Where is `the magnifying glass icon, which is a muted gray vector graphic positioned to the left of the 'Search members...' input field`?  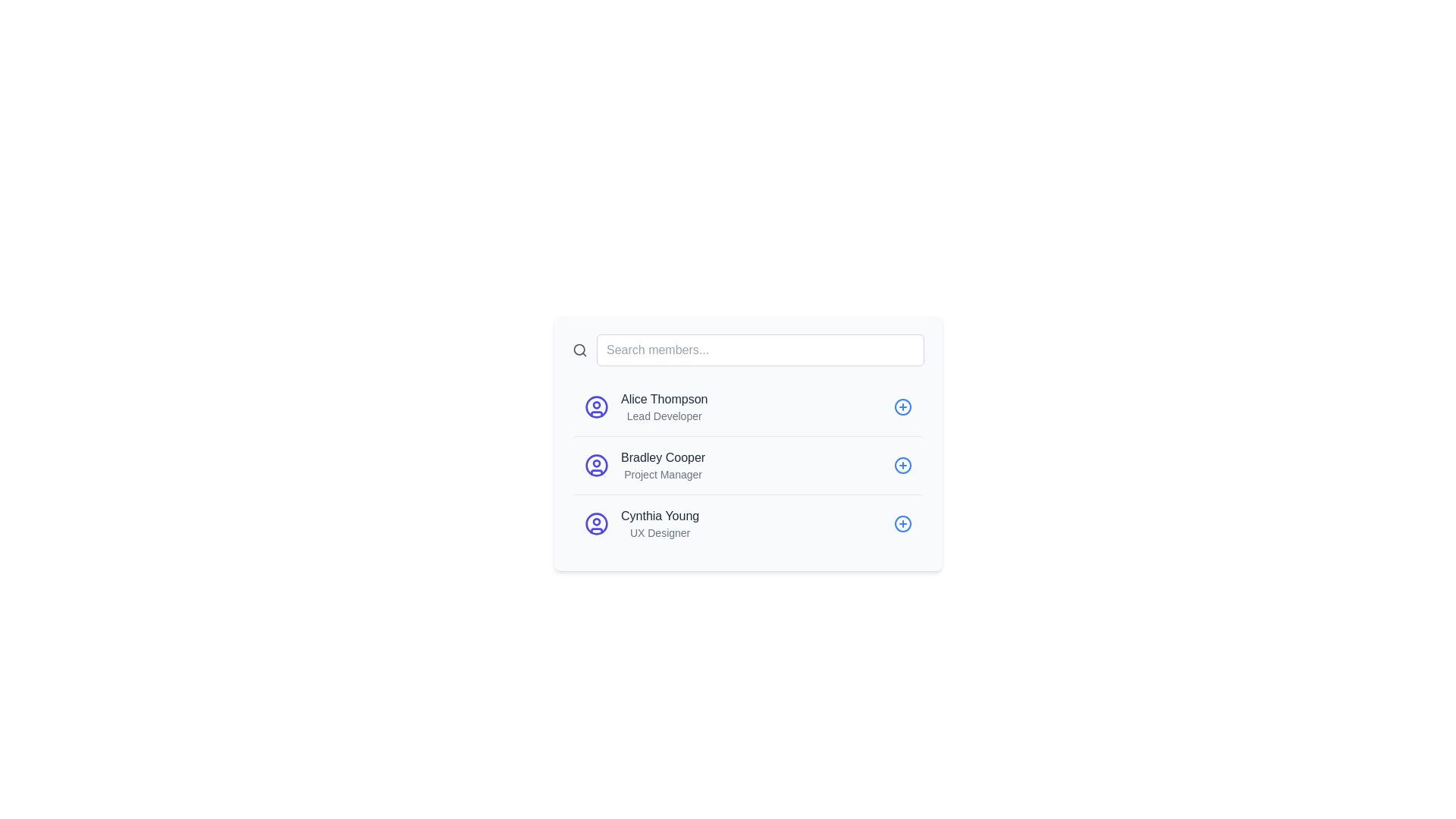 the magnifying glass icon, which is a muted gray vector graphic positioned to the left of the 'Search members...' input field is located at coordinates (579, 350).